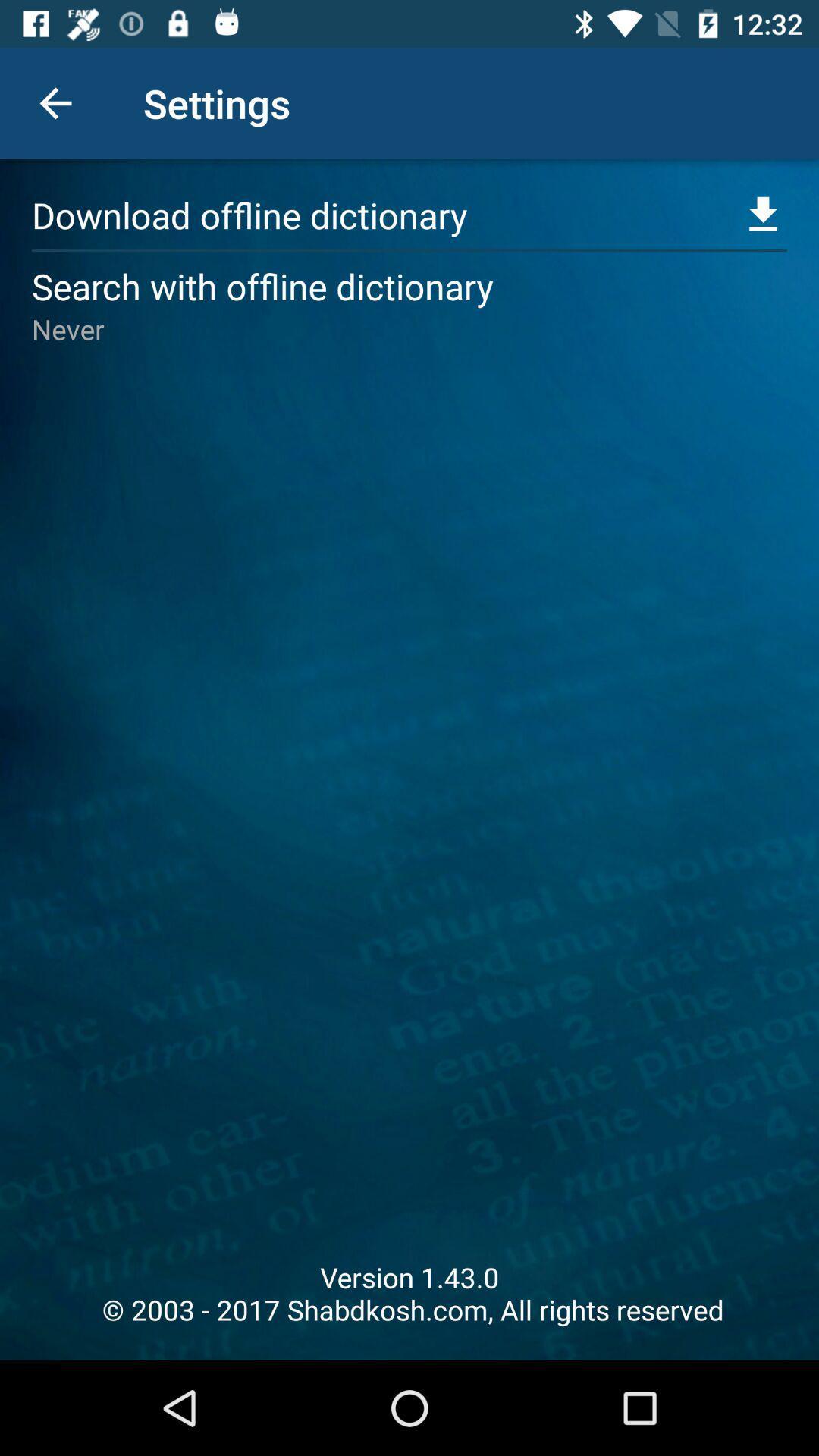 The width and height of the screenshot is (819, 1456). What do you see at coordinates (763, 214) in the screenshot?
I see `the file_download icon` at bounding box center [763, 214].